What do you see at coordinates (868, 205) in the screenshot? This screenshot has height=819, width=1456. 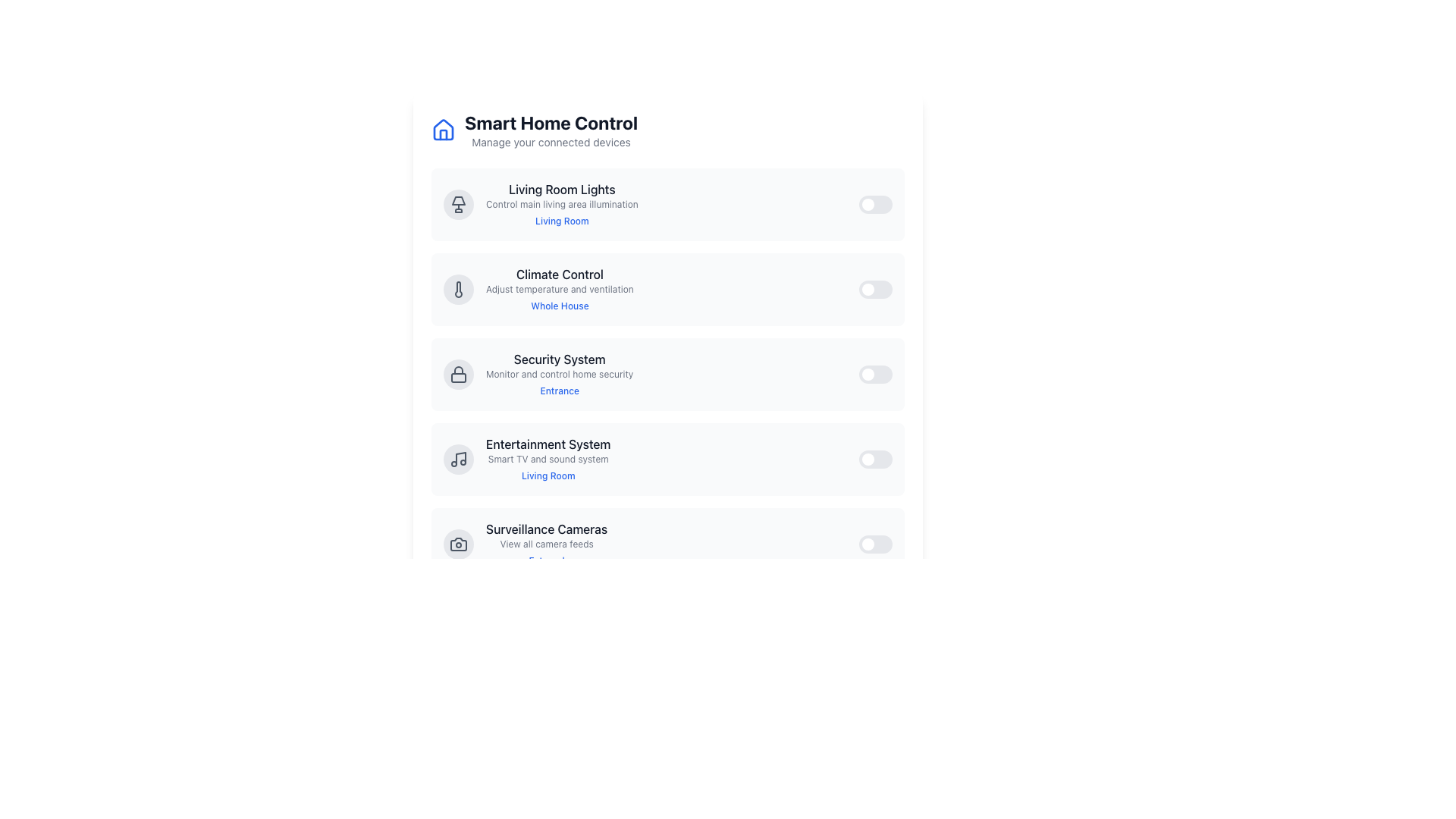 I see `the toggle switch indicator located to the left of the toggle switch in the 'Living Room Lights' section` at bounding box center [868, 205].